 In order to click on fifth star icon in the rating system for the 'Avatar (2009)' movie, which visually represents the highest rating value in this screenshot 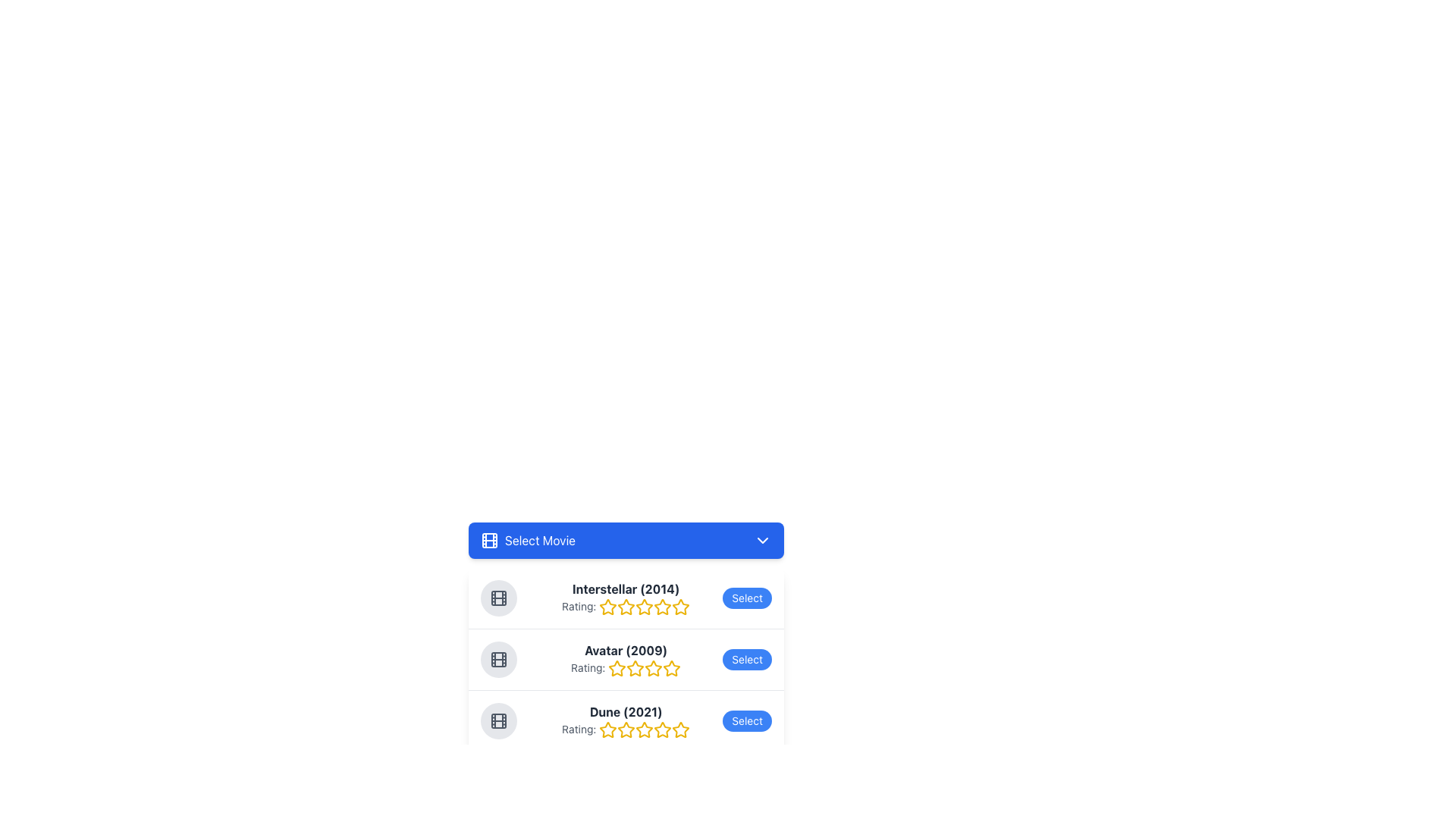, I will do `click(671, 668)`.